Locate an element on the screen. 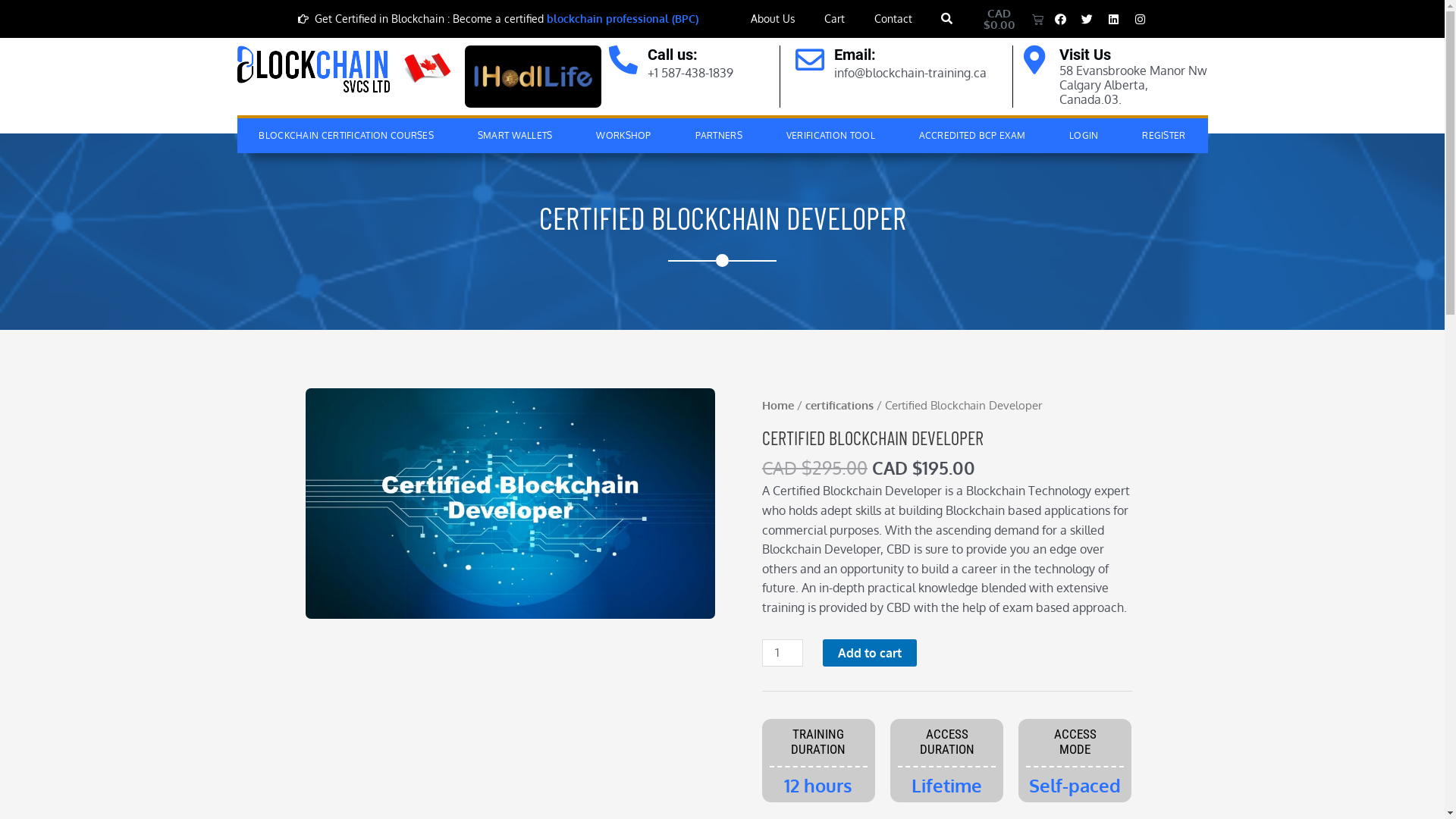  'certifications' is located at coordinates (839, 403).